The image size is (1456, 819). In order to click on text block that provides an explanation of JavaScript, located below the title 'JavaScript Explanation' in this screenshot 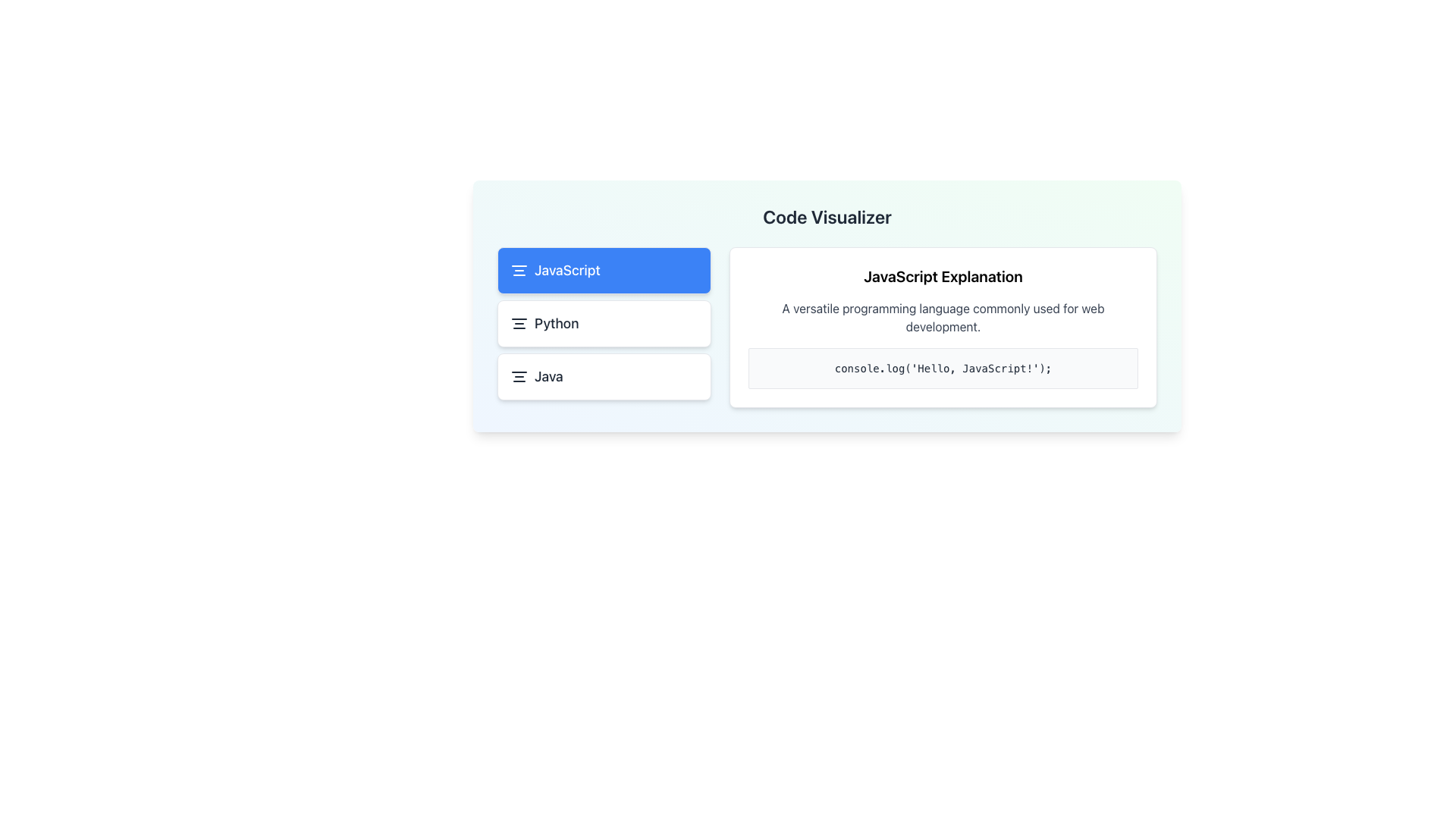, I will do `click(942, 317)`.